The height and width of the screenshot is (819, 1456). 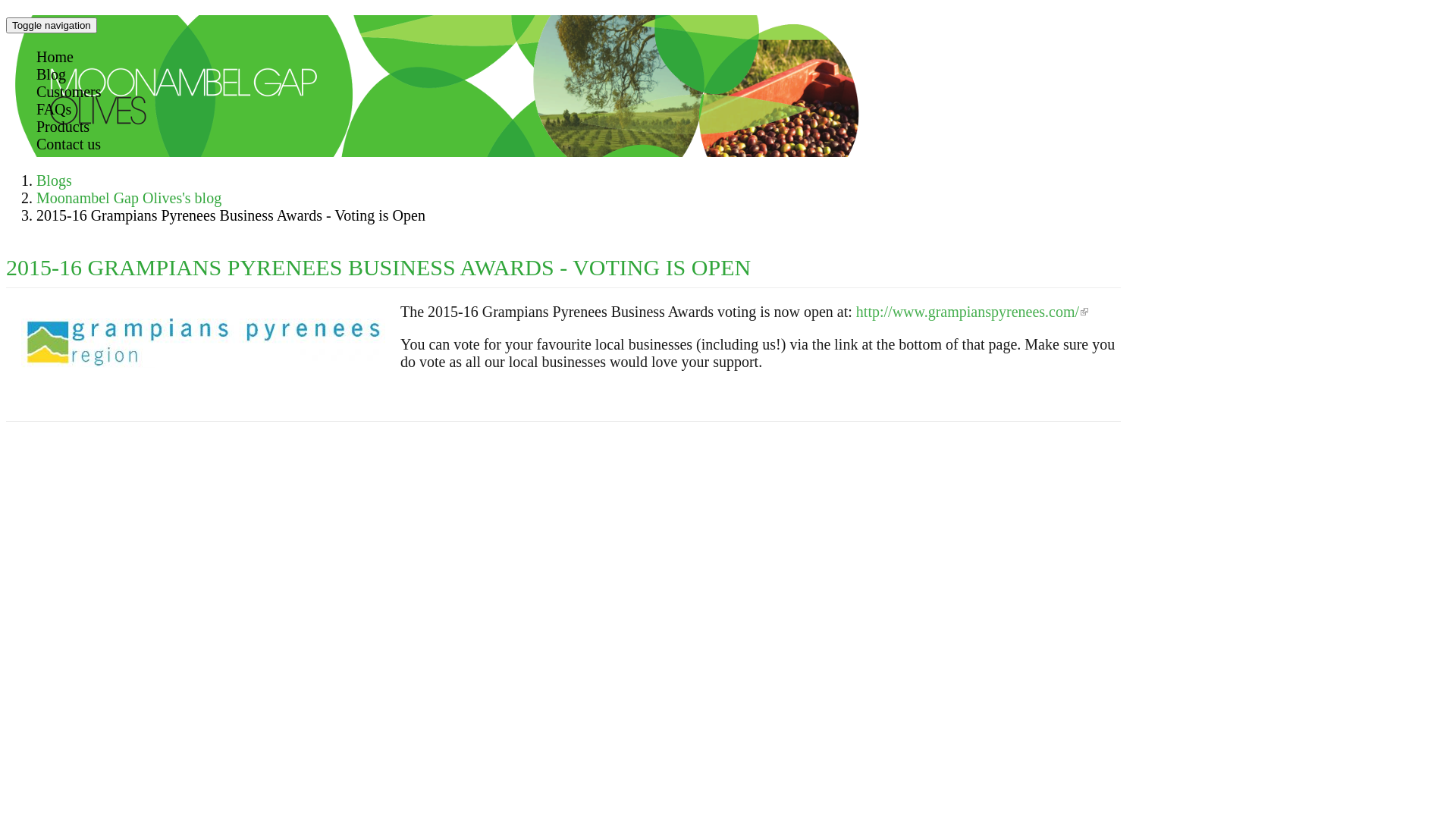 What do you see at coordinates (54, 180) in the screenshot?
I see `'Blogs'` at bounding box center [54, 180].